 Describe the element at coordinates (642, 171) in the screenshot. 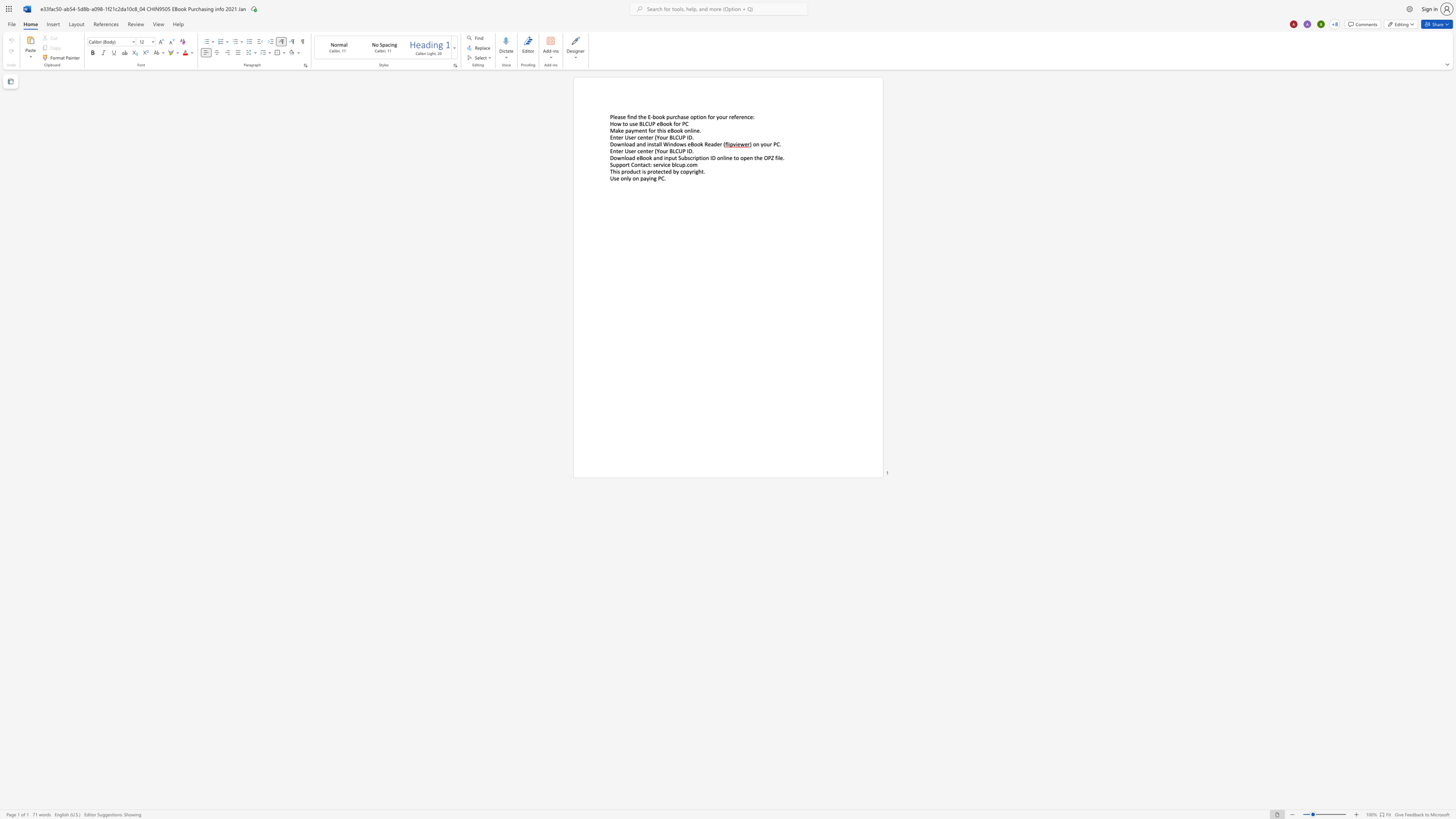

I see `the 2th character "i" in the text` at that location.